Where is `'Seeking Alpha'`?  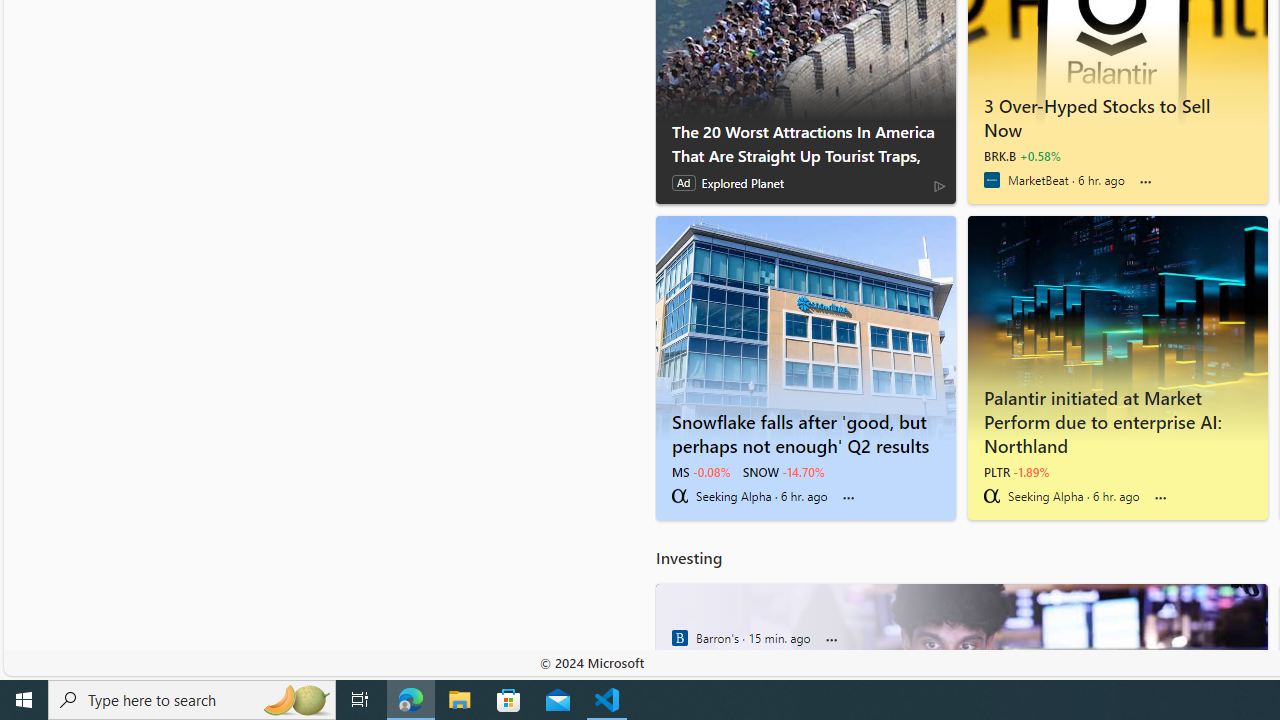 'Seeking Alpha' is located at coordinates (991, 495).